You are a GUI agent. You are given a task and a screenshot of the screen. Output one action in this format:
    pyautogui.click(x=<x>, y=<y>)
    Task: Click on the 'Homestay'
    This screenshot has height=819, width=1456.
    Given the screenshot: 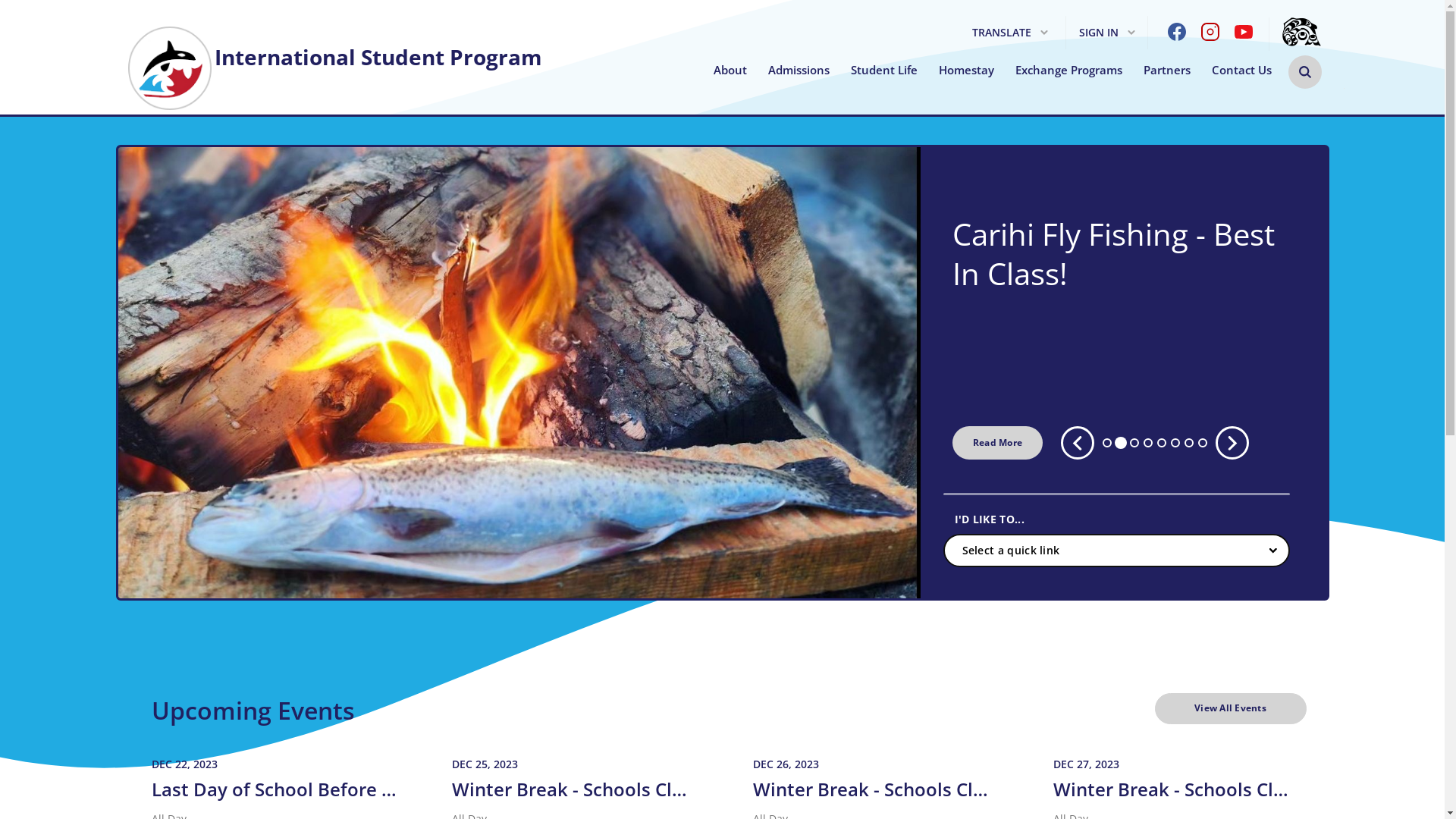 What is the action you would take?
    pyautogui.click(x=938, y=70)
    